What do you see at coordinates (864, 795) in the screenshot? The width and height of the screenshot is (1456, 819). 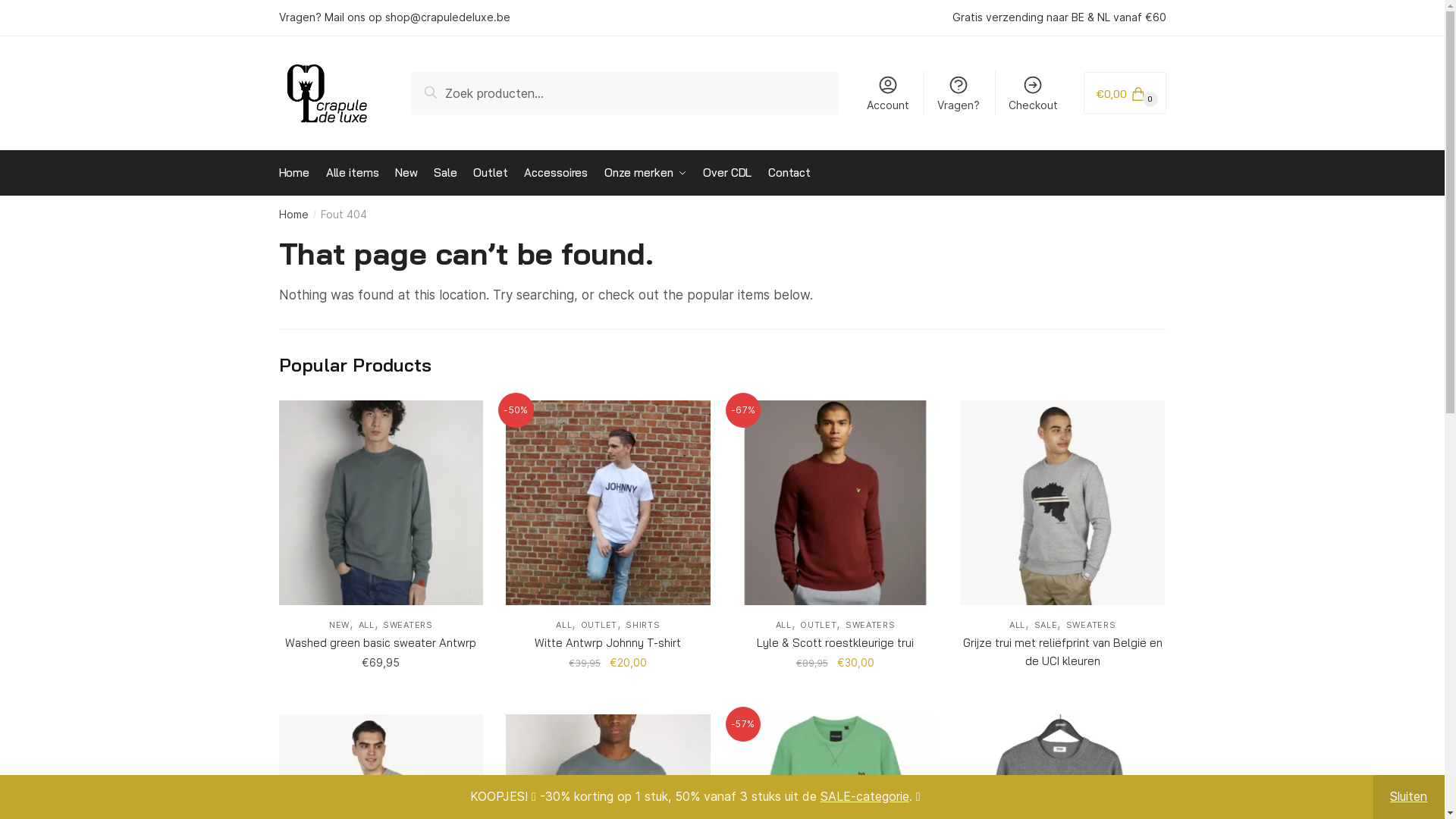 I see `'SALE-categorie'` at bounding box center [864, 795].